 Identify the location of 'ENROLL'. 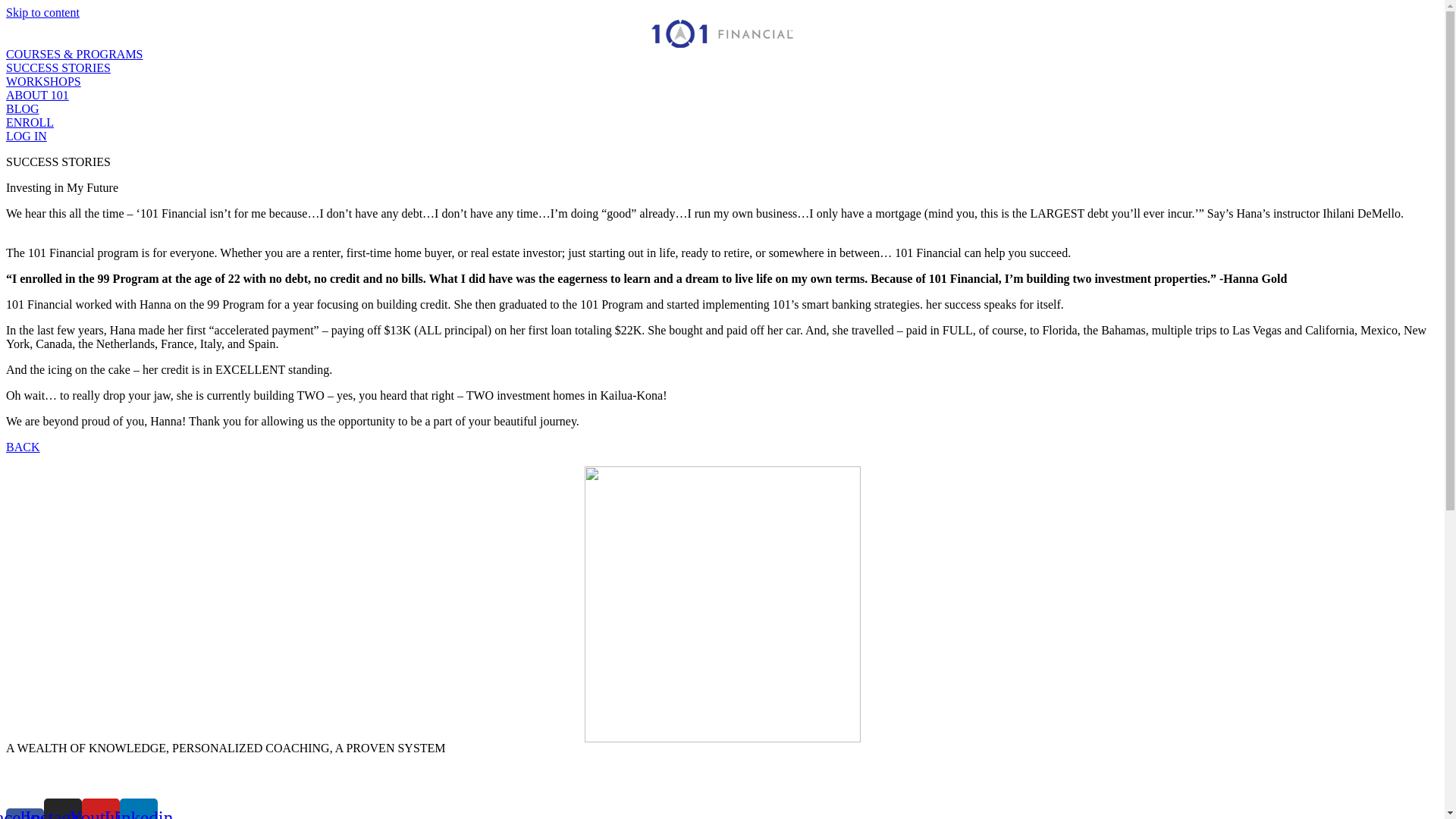
(30, 121).